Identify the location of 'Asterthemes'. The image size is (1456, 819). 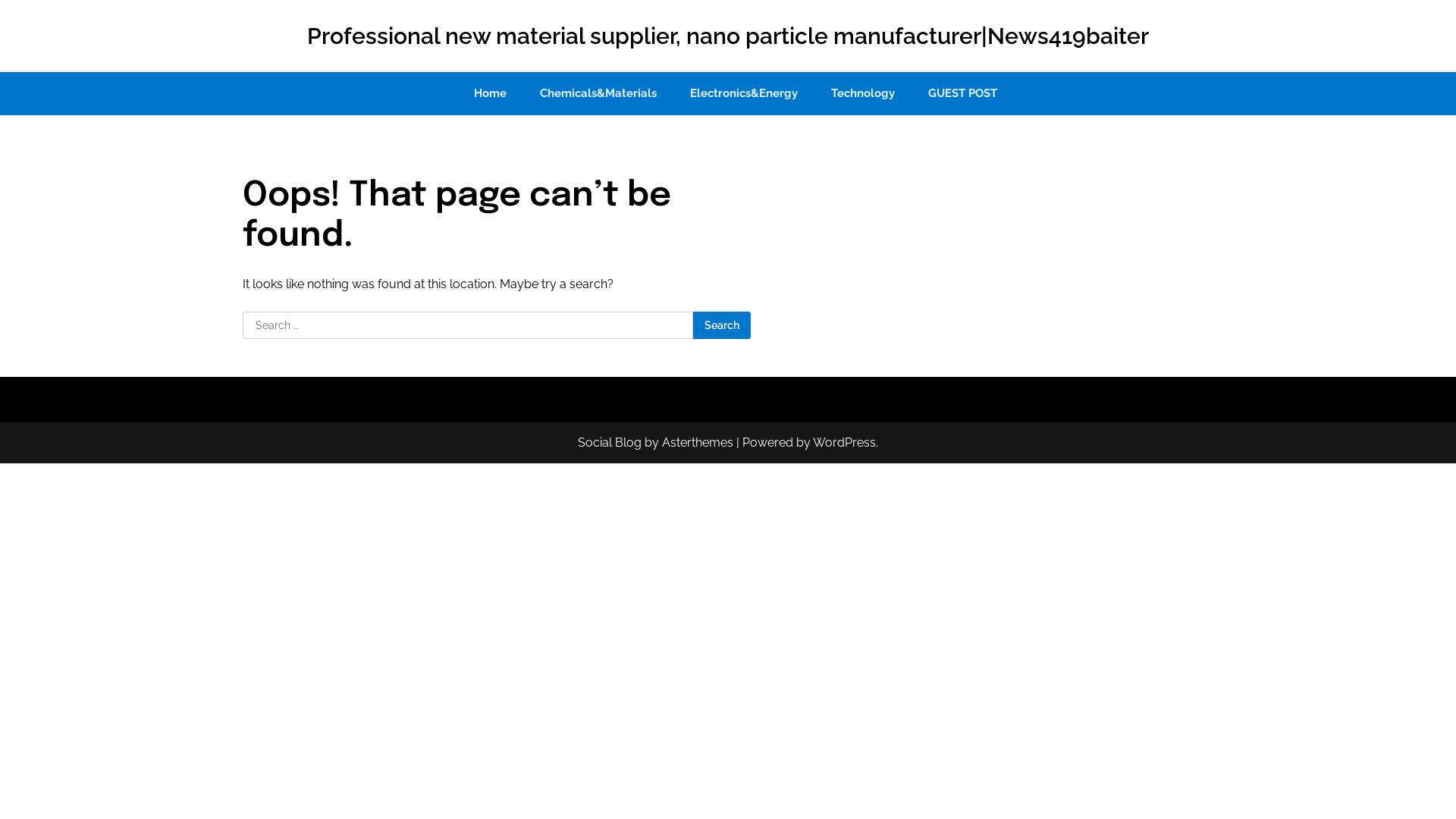
(697, 442).